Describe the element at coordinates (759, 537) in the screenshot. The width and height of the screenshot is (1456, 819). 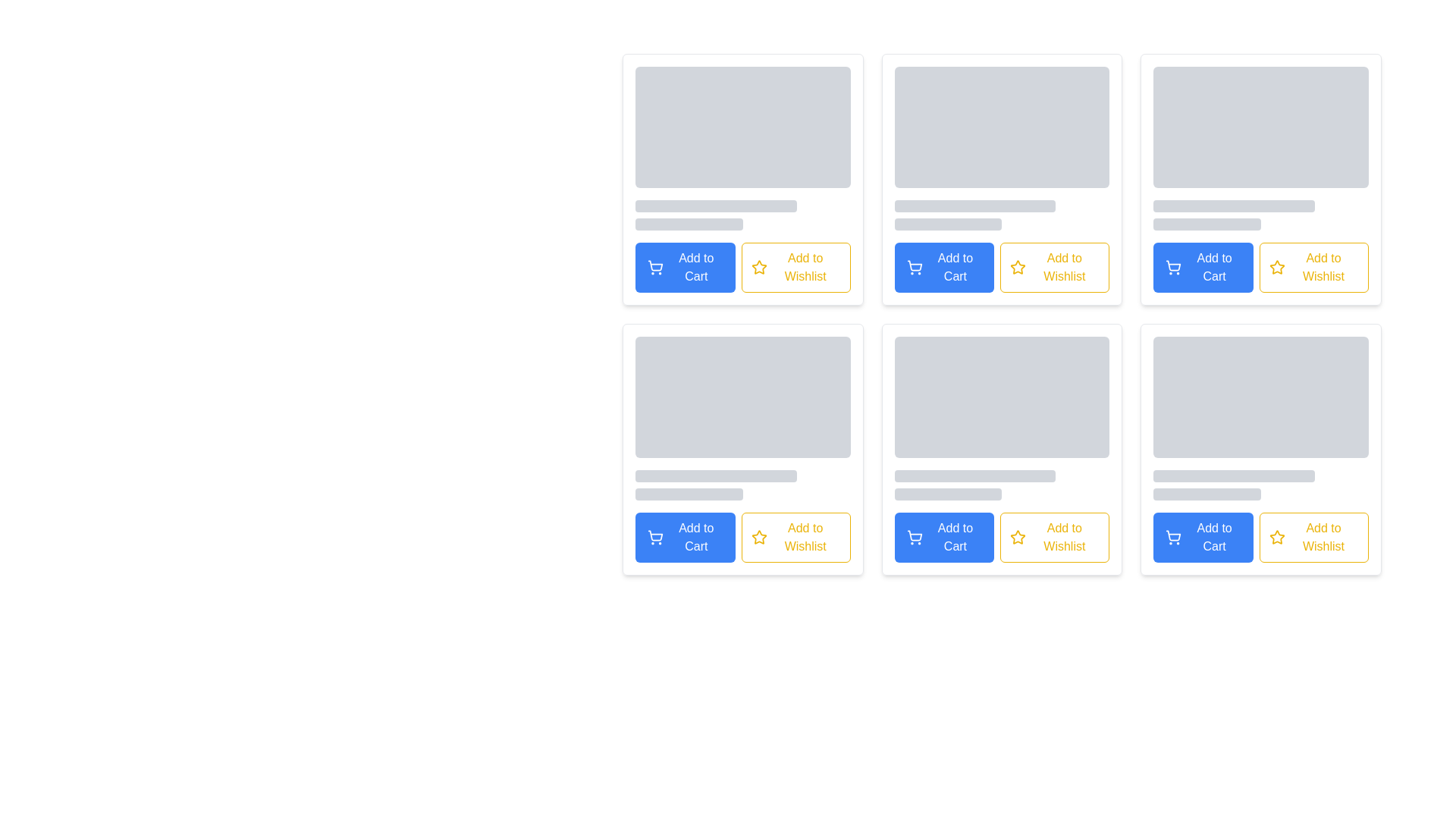
I see `the star icon within the 'Add to Wishlist' button, which indicates the feature to add items to the wishlist` at that location.